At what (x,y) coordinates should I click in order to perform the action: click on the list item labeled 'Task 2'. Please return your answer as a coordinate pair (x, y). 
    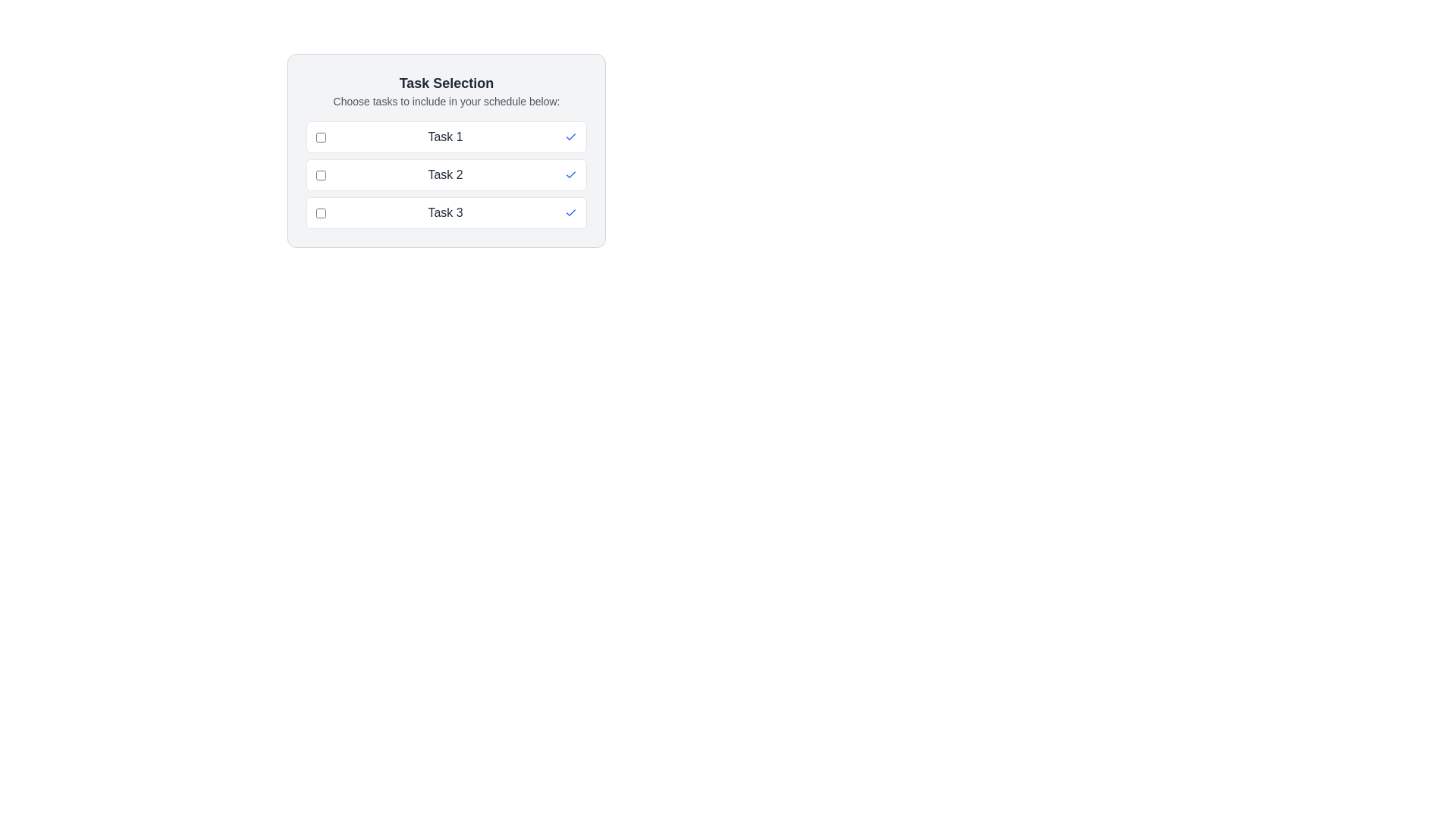
    Looking at the image, I should click on (446, 174).